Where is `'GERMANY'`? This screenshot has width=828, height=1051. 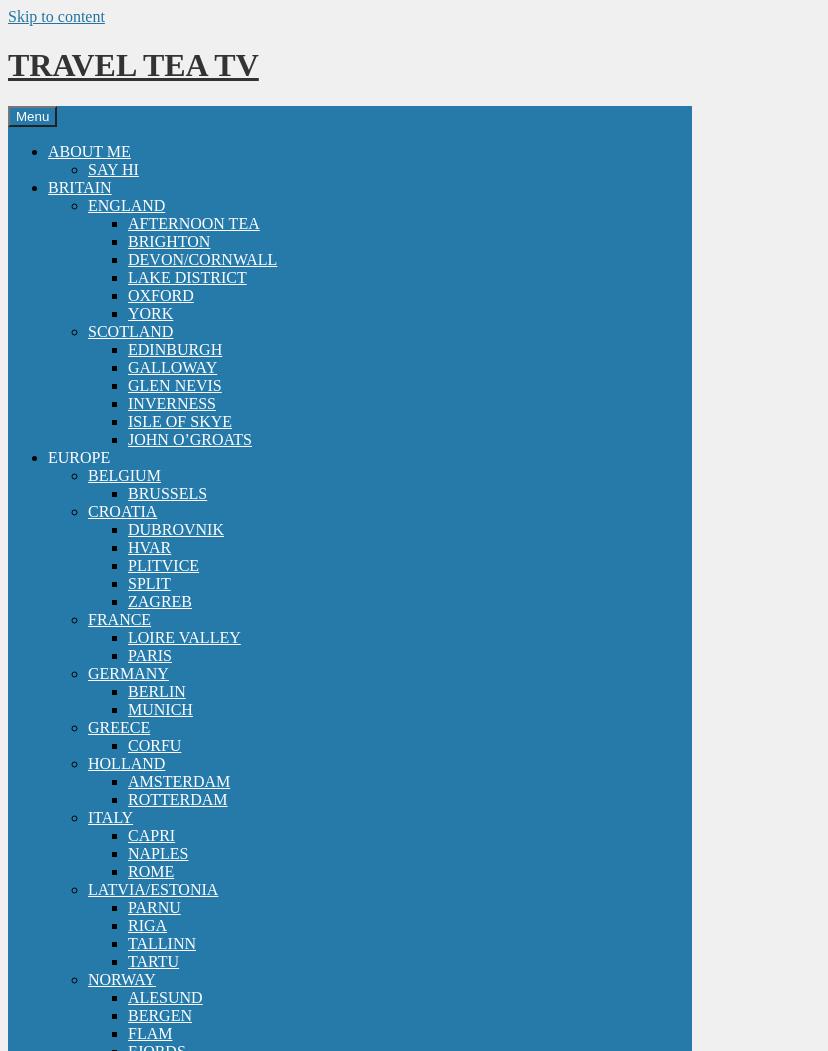 'GERMANY' is located at coordinates (127, 672).